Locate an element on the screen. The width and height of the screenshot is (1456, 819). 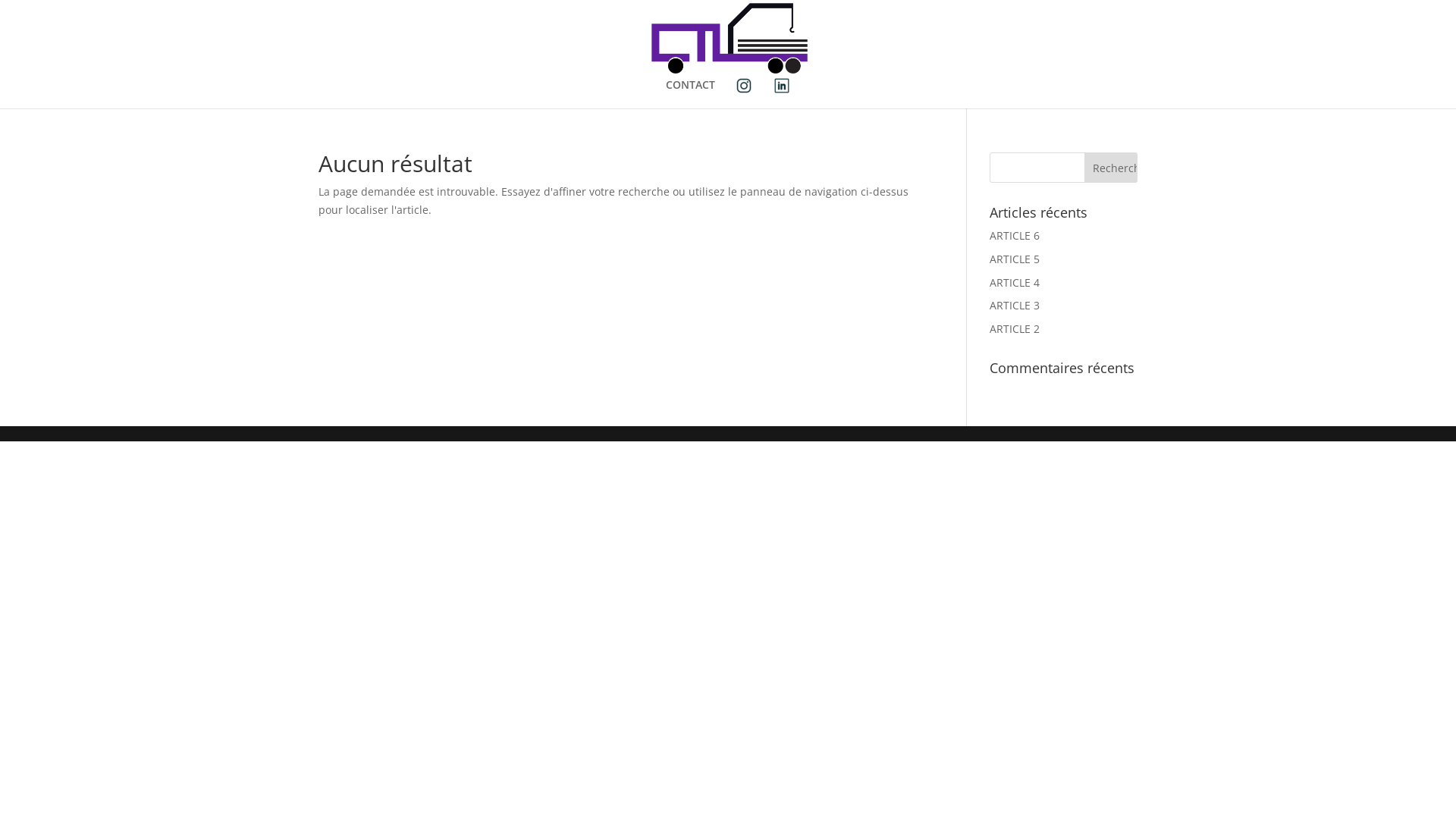
'ARTICLE 2' is located at coordinates (990, 328).